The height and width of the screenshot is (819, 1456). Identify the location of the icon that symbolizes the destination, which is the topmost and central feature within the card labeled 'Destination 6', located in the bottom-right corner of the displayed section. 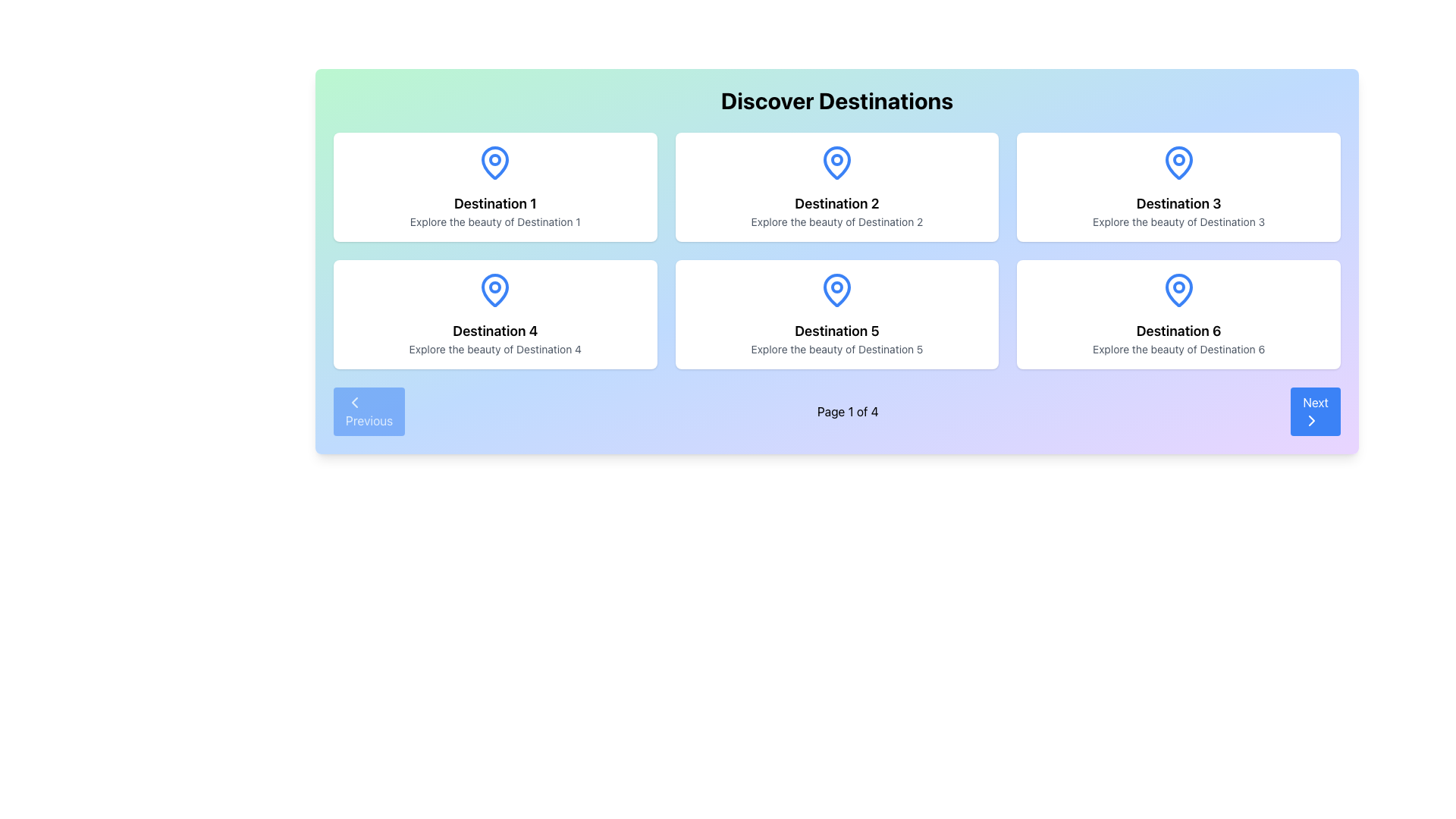
(1178, 290).